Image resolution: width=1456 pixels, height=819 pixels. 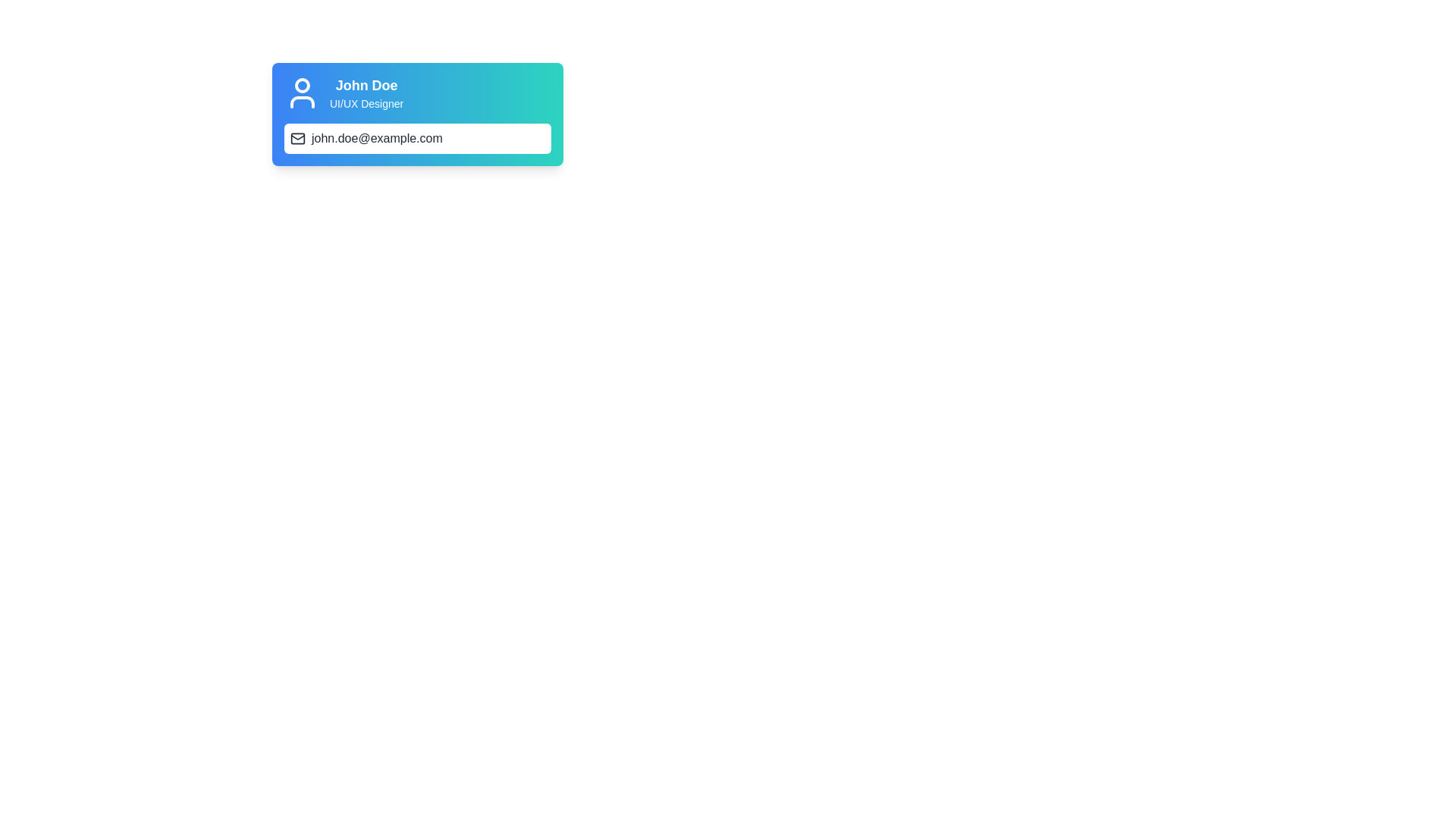 I want to click on text label indicating the role or position of 'John Doe' located below the name in the top section of the interface, so click(x=366, y=103).